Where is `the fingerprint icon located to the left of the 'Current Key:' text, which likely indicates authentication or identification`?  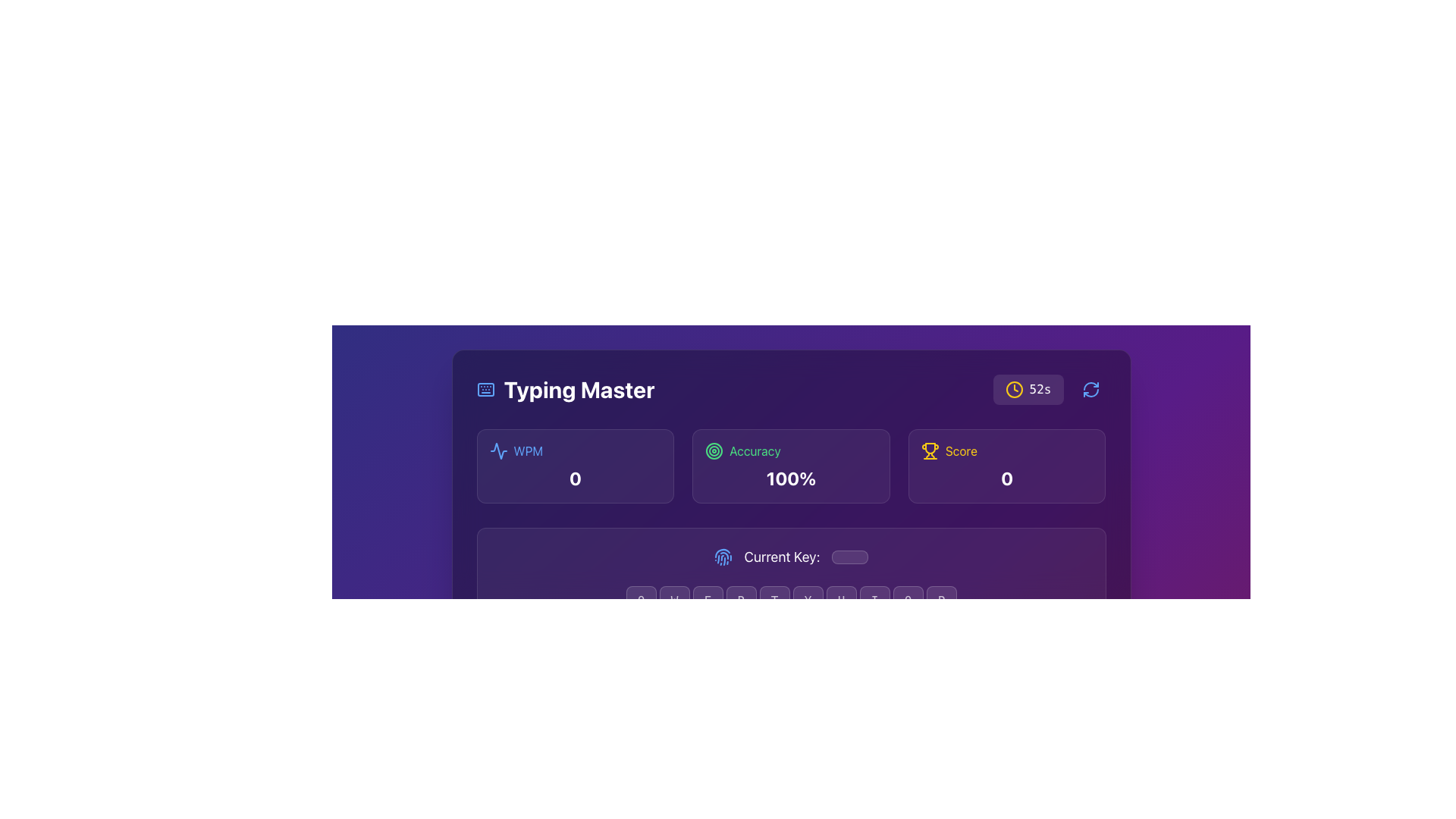
the fingerprint icon located to the left of the 'Current Key:' text, which likely indicates authentication or identification is located at coordinates (722, 557).